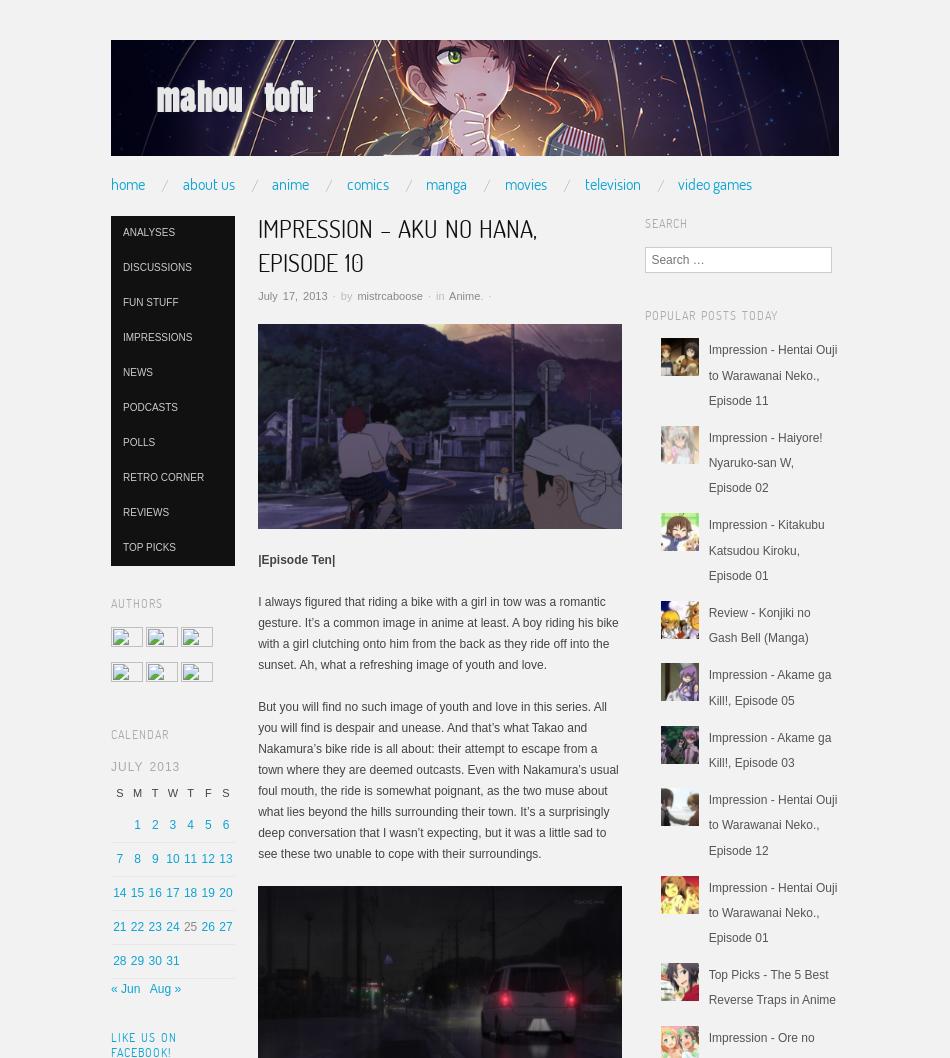 Image resolution: width=950 pixels, height=1058 pixels. What do you see at coordinates (123, 547) in the screenshot?
I see `'Top Picks'` at bounding box center [123, 547].